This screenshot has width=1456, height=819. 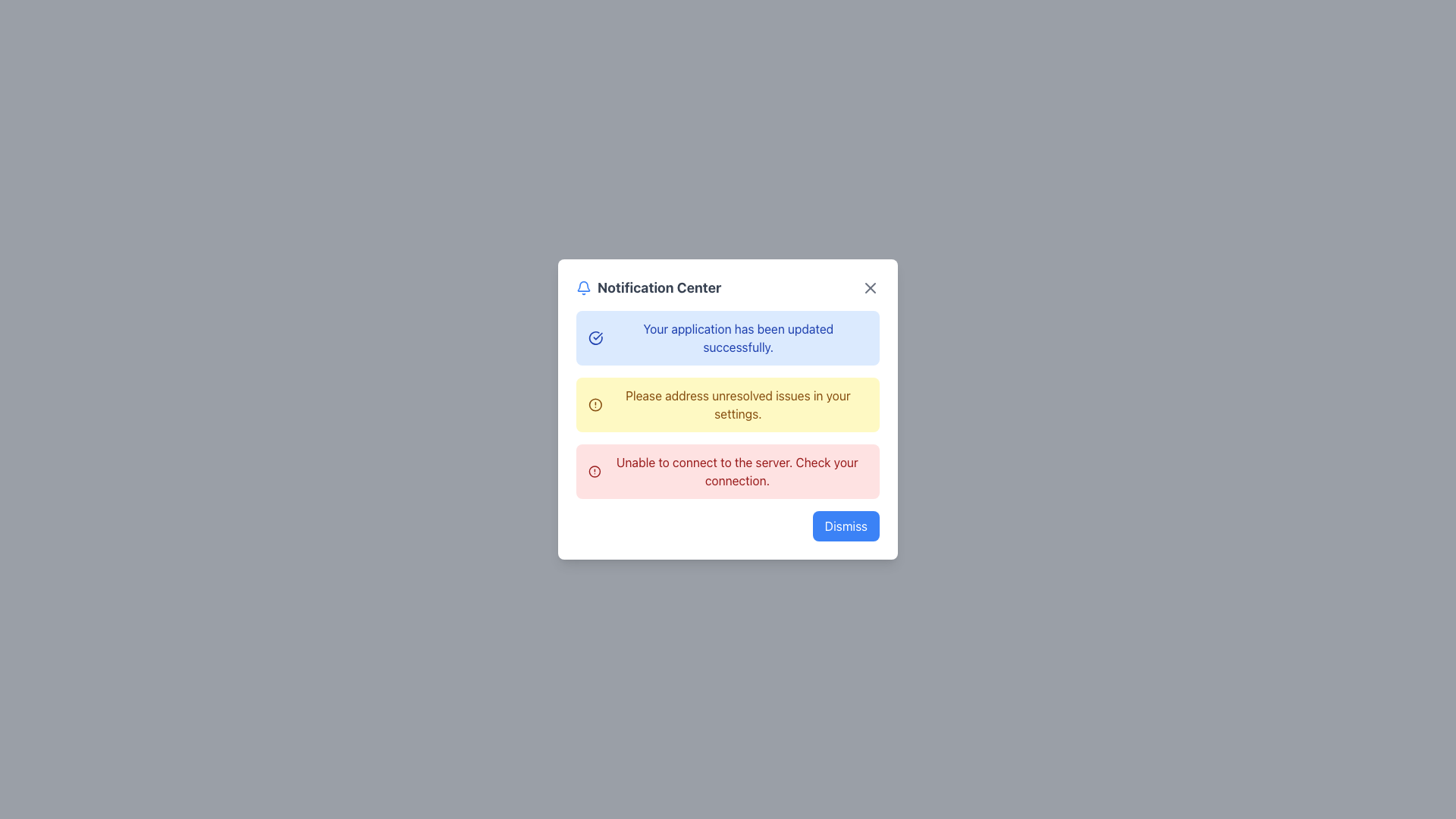 What do you see at coordinates (738, 337) in the screenshot?
I see `the text label displaying the message 'Your application has been updated successfully.' which is located in the first notification box in the Notification Center` at bounding box center [738, 337].